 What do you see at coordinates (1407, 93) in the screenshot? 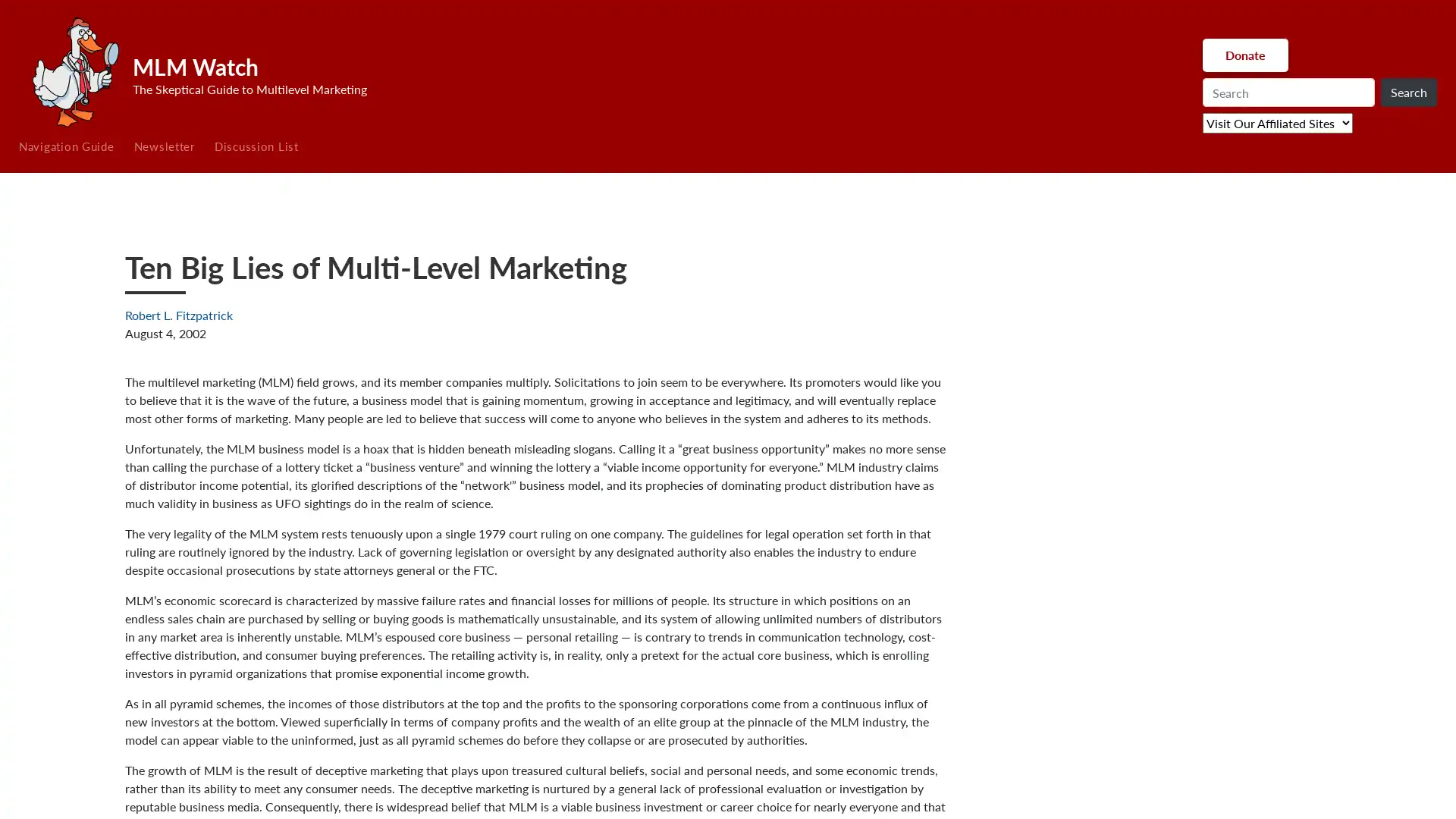
I see `Search` at bounding box center [1407, 93].